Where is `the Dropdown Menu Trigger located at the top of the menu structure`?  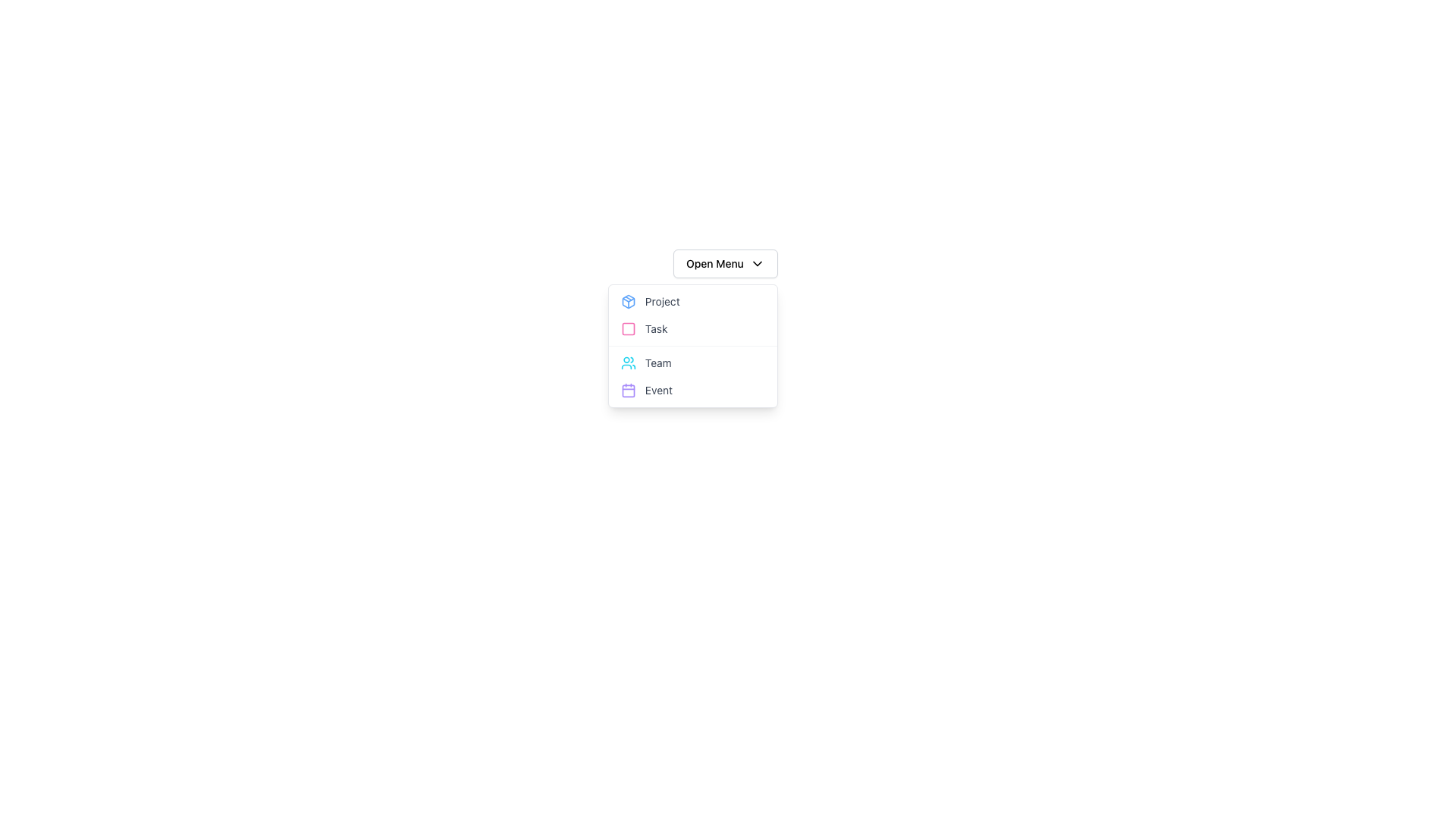 the Dropdown Menu Trigger located at the top of the menu structure is located at coordinates (724, 262).